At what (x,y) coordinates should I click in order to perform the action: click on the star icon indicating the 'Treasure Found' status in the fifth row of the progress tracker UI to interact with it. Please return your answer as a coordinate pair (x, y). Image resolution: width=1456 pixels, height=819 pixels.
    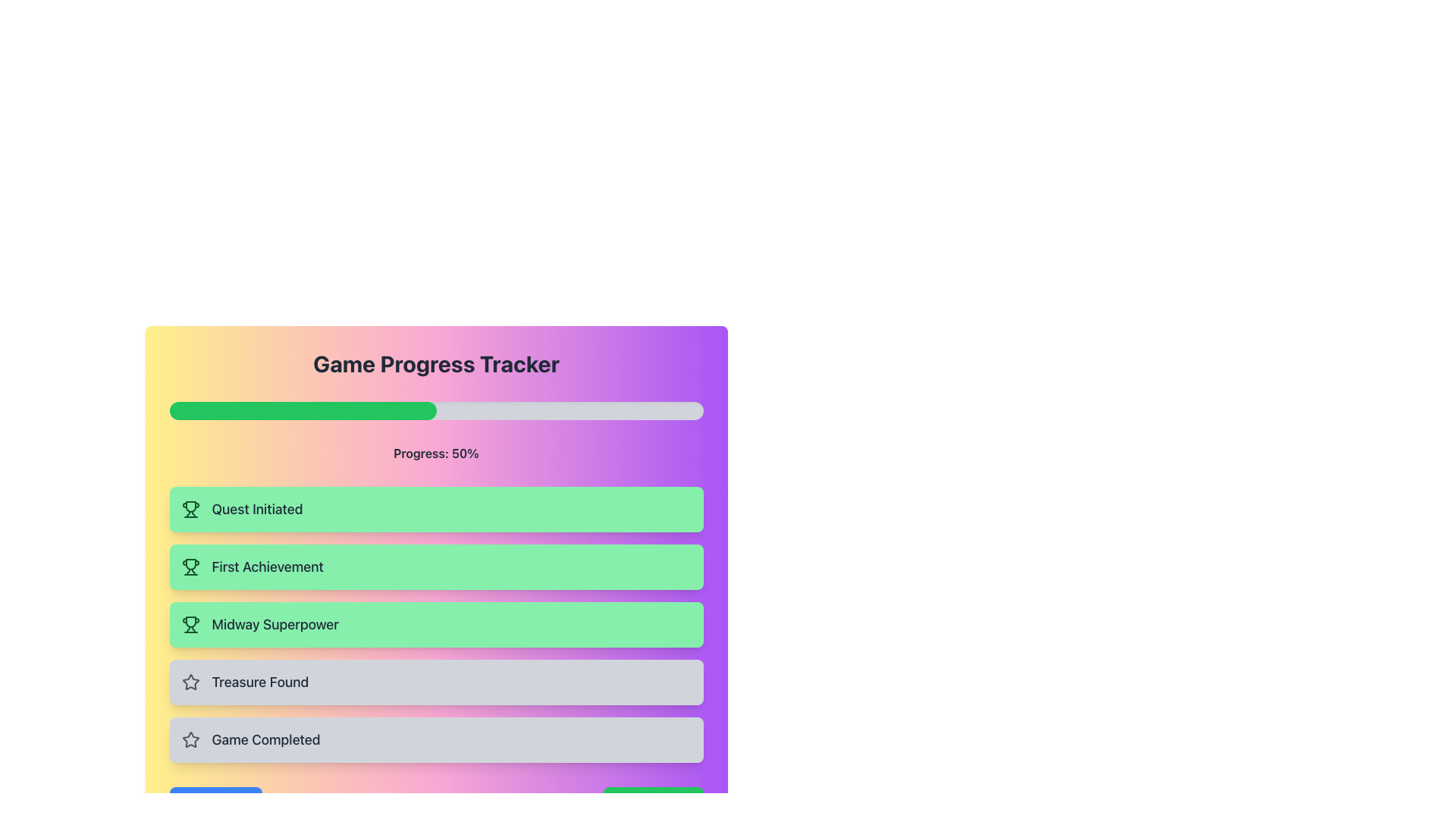
    Looking at the image, I should click on (190, 739).